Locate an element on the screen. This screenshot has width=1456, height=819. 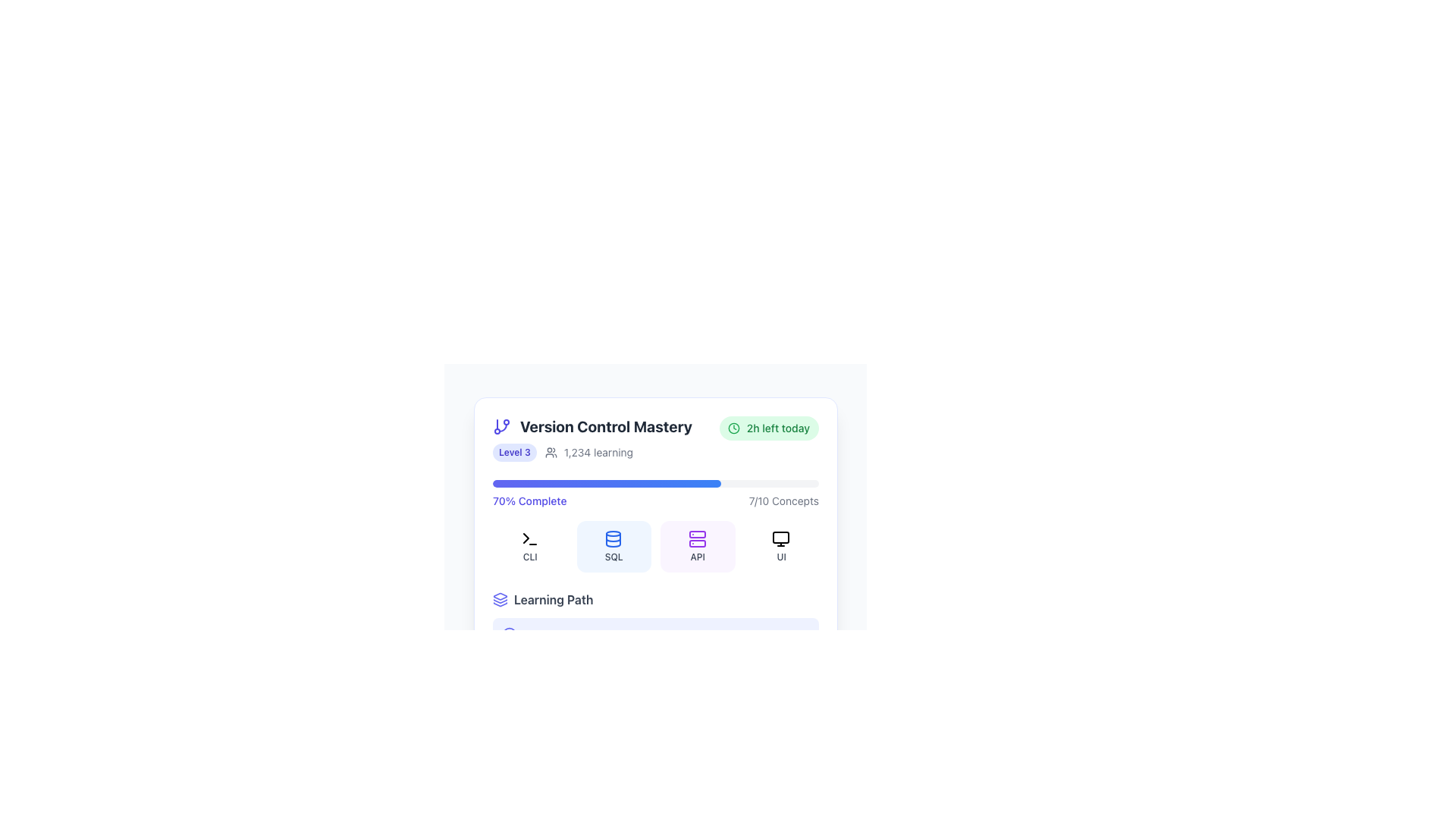
the informational label or badge that displays the user's current level and number of learners engaged, located below the 'Version Control Mastery' heading is located at coordinates (591, 452).